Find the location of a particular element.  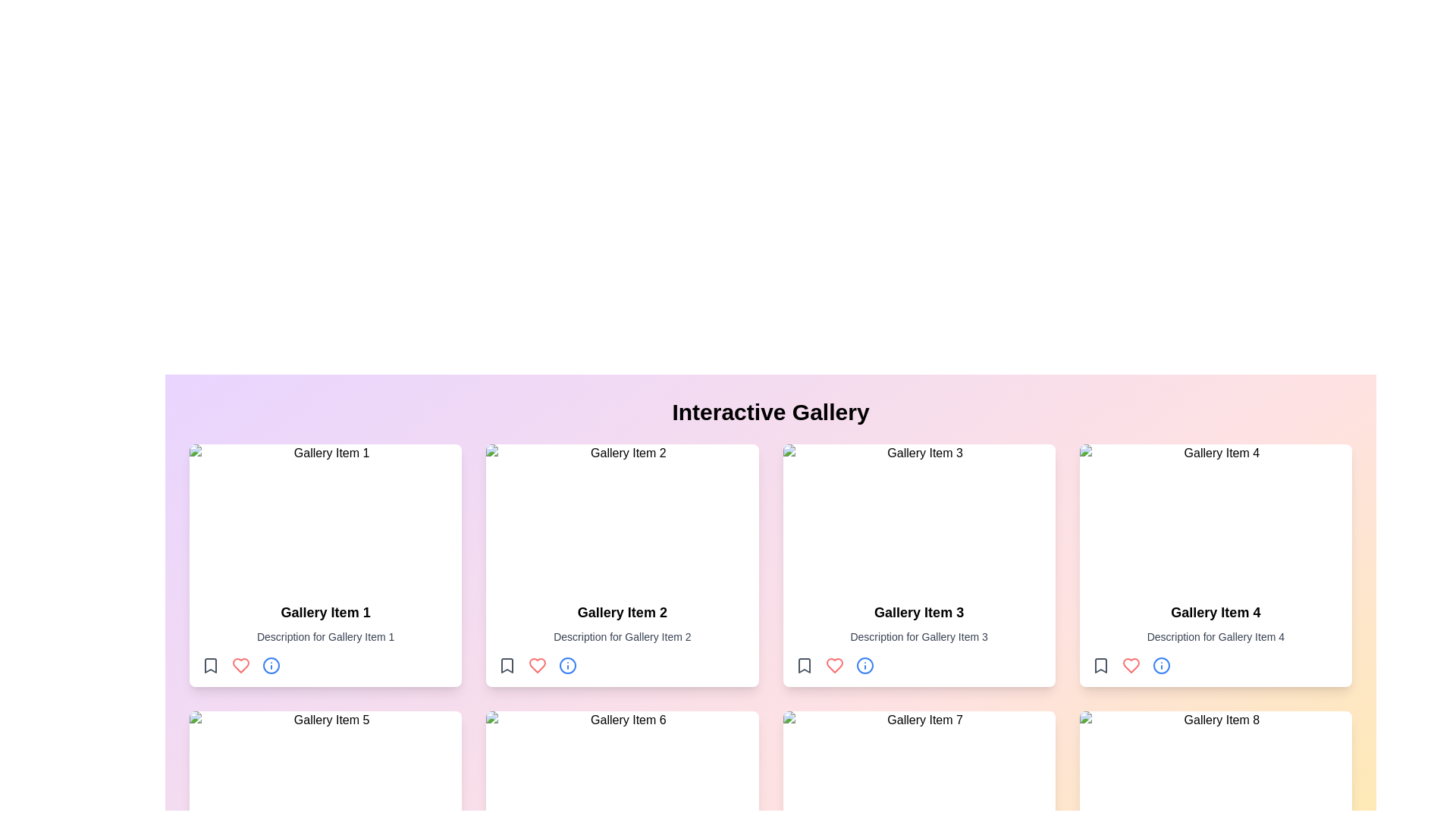

text displayed as 'Gallery Item 1', which is a bold and large font title located in the top-left corner of the first gallery card, beneath the image and above the description text is located at coordinates (325, 611).